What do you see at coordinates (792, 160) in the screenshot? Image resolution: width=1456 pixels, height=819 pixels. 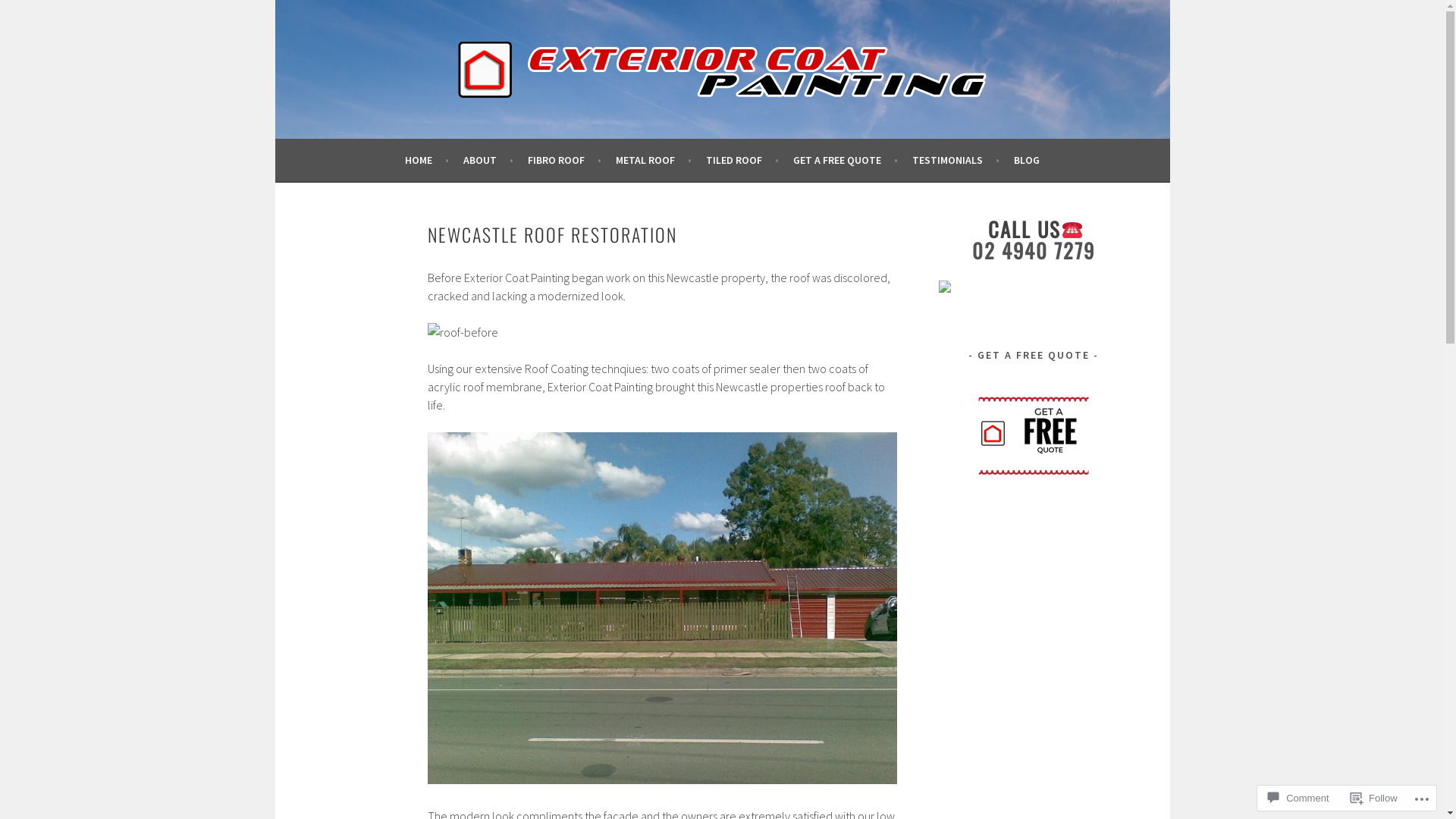 I see `'GET A FREE QUOTE'` at bounding box center [792, 160].